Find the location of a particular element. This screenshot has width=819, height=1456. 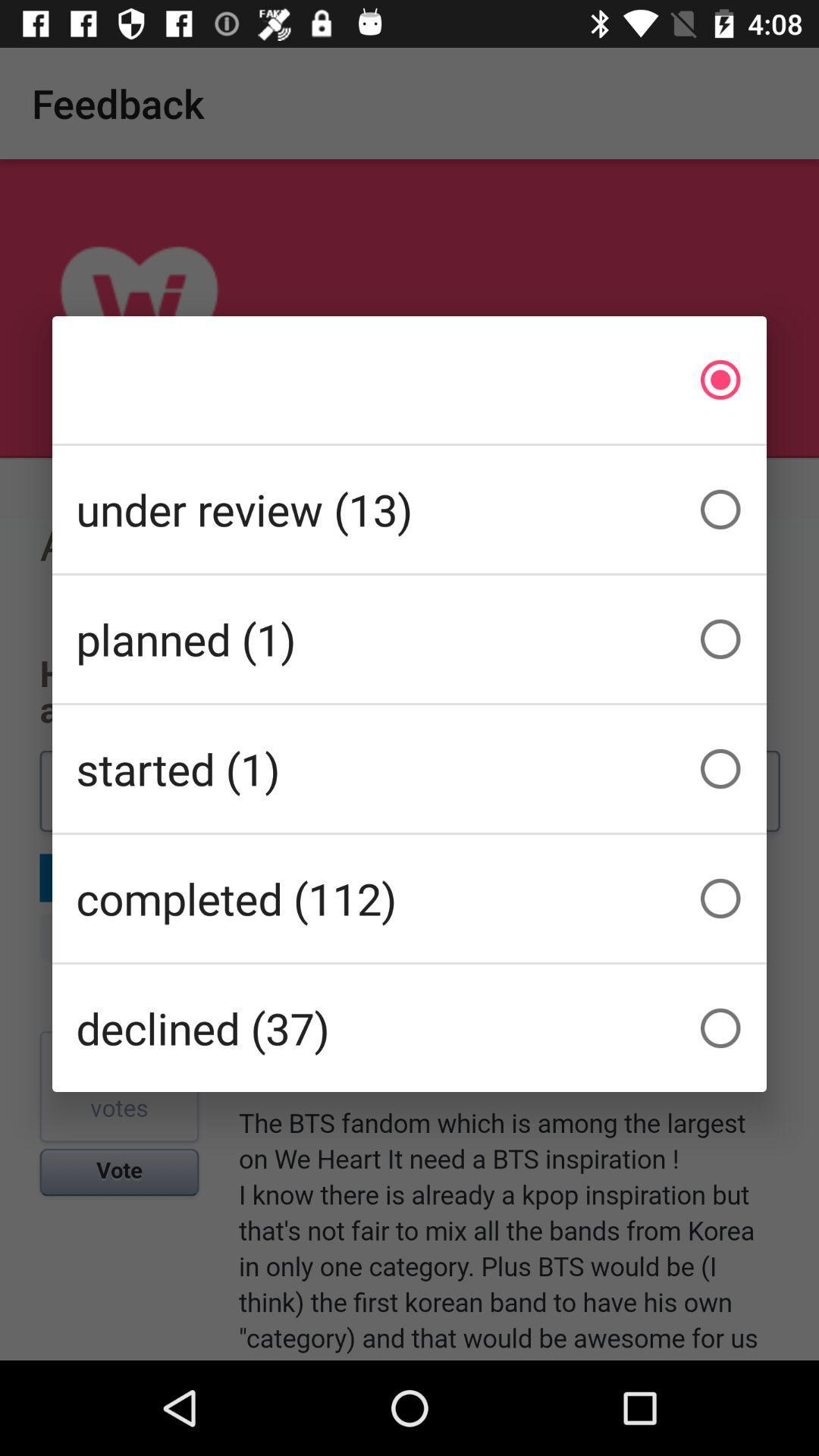

planned (1) item is located at coordinates (409, 639).